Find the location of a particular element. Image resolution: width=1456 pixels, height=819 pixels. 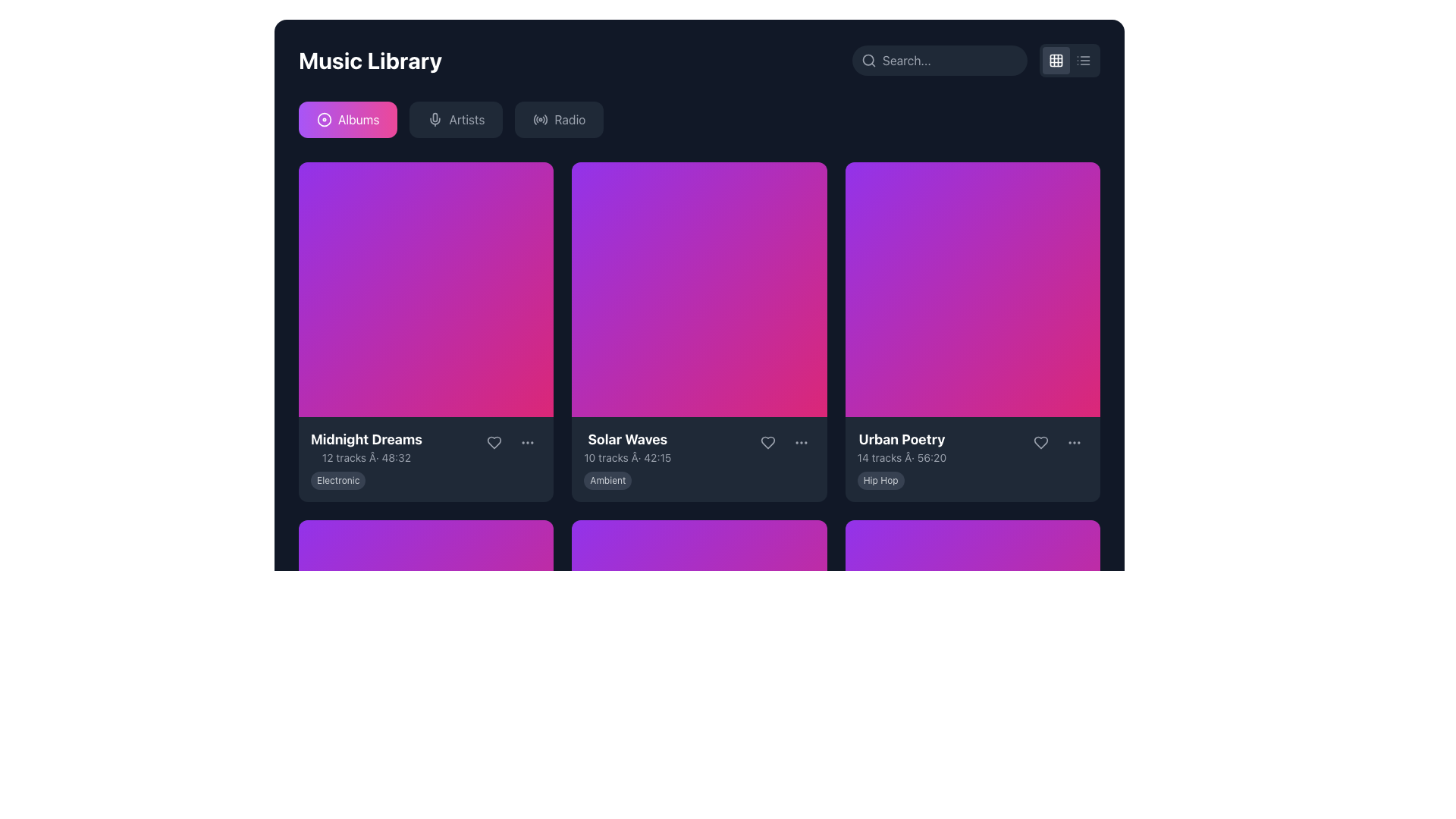

text displayed in the third album or playlist card from the left in the top row, located in the lower section of the card is located at coordinates (902, 447).